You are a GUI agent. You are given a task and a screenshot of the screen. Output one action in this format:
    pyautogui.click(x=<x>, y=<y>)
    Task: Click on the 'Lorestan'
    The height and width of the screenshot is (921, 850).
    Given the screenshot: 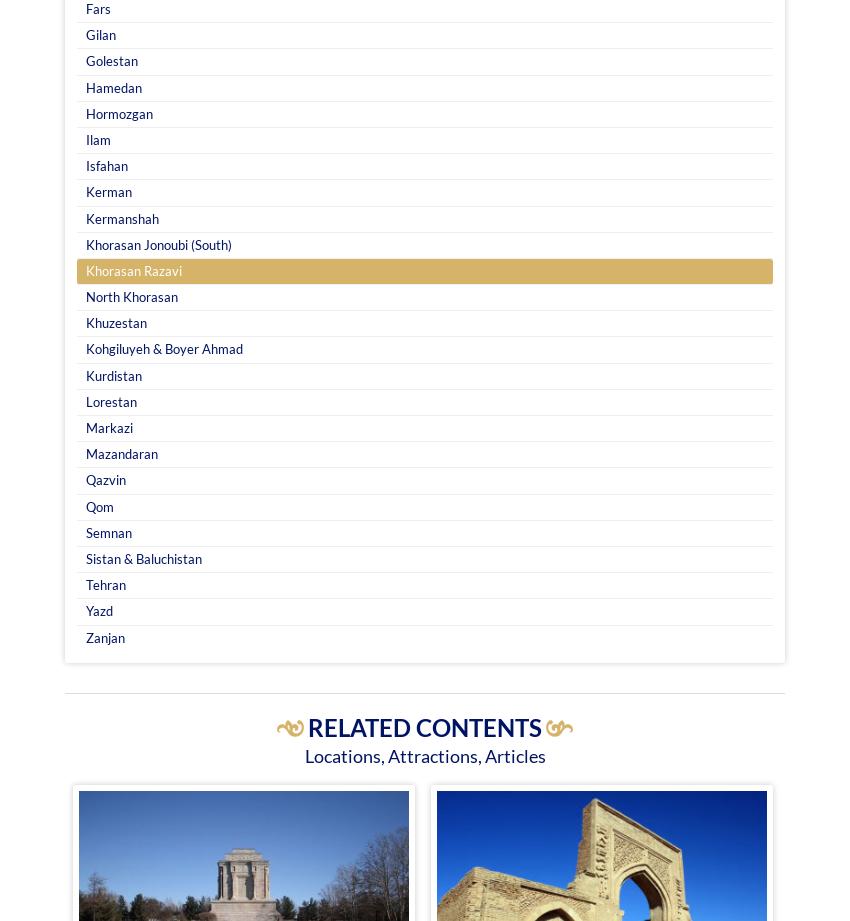 What is the action you would take?
    pyautogui.click(x=85, y=401)
    